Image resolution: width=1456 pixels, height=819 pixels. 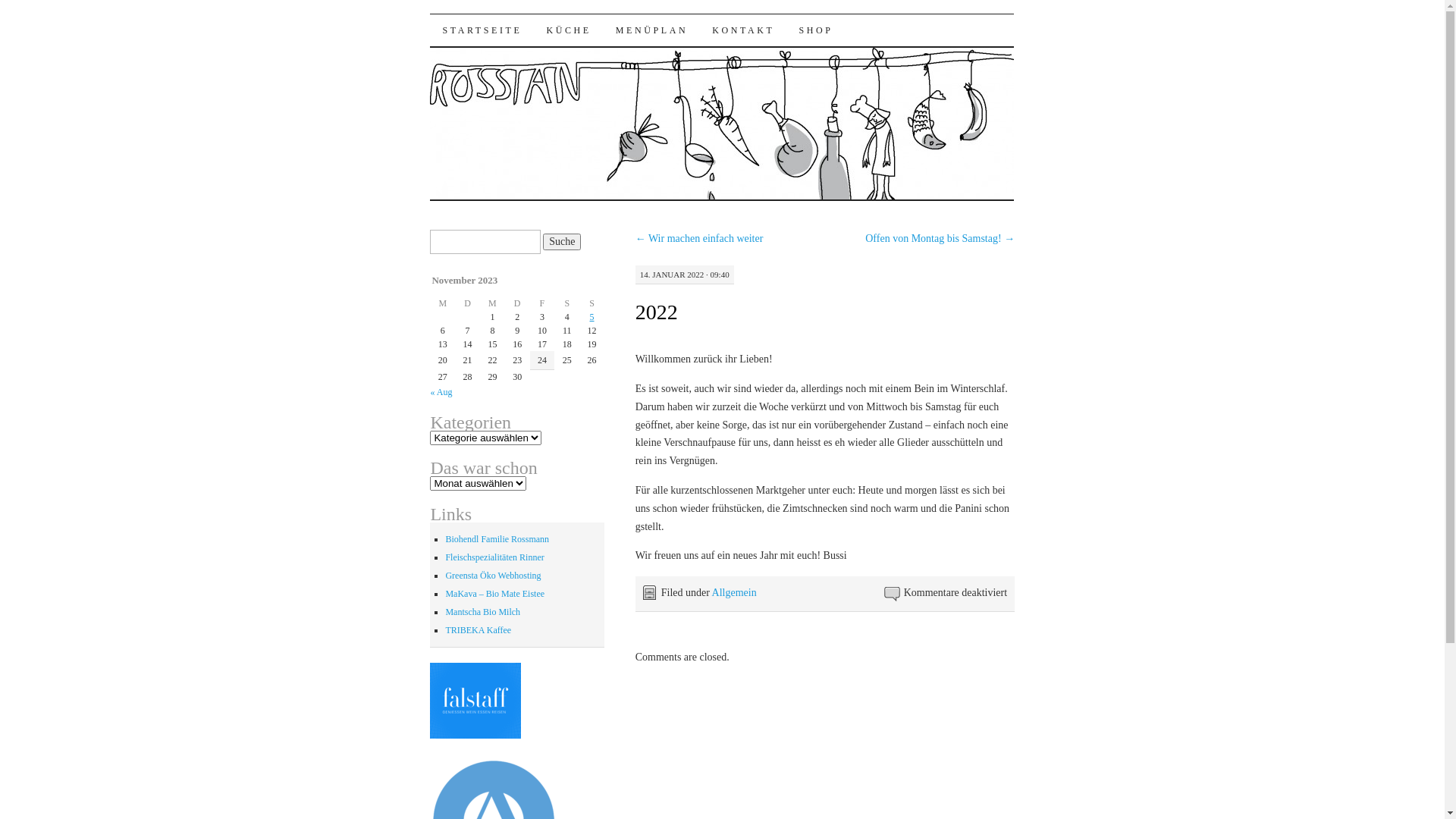 What do you see at coordinates (497, 538) in the screenshot?
I see `'Biohendl Familie Rossmann'` at bounding box center [497, 538].